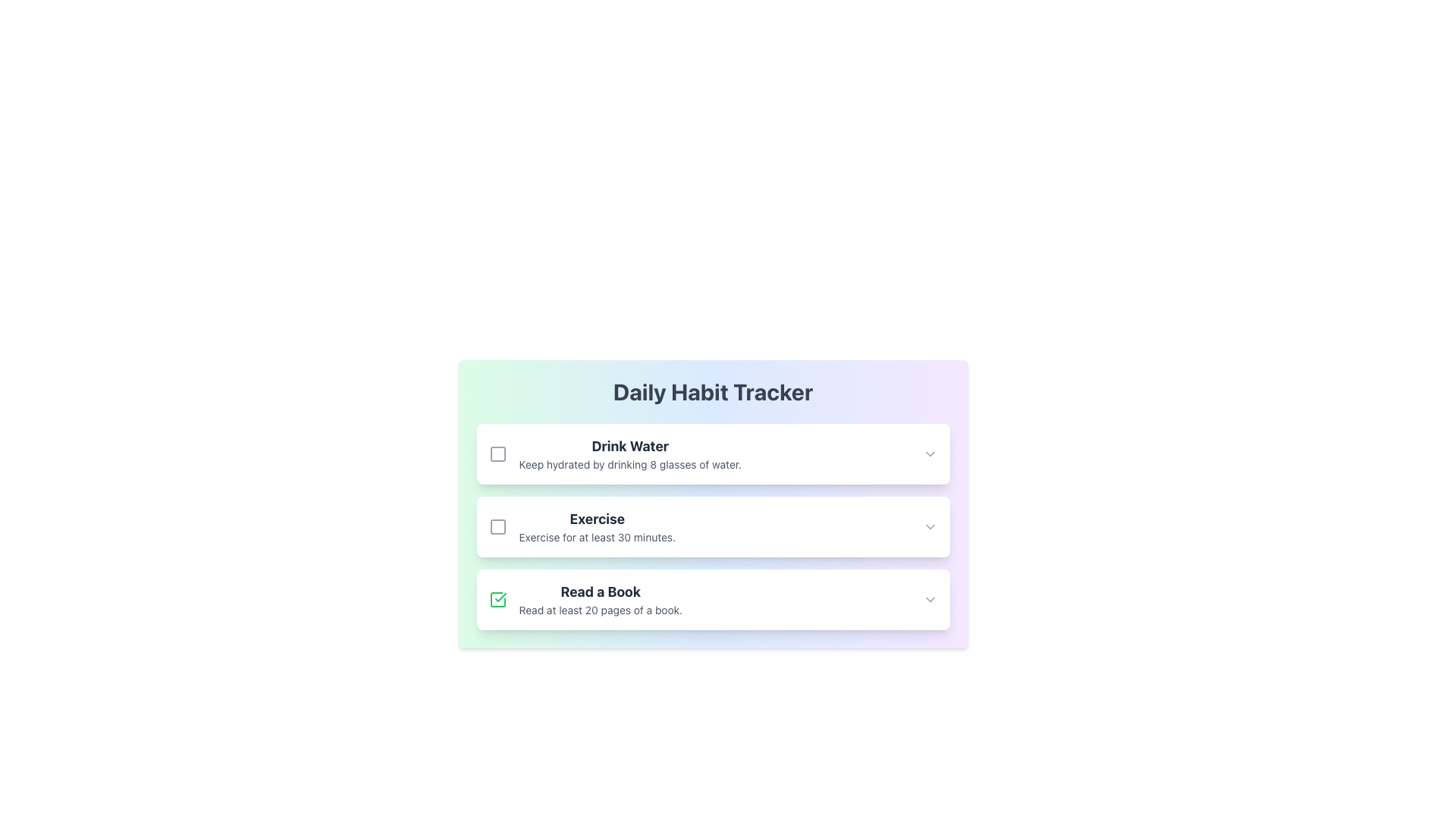 The width and height of the screenshot is (1456, 819). Describe the element at coordinates (630, 464) in the screenshot. I see `the text label displaying 'Keep hydrated by drinking 8 glasses of water.' which is located below the bolded title 'Drink Water.'` at that location.